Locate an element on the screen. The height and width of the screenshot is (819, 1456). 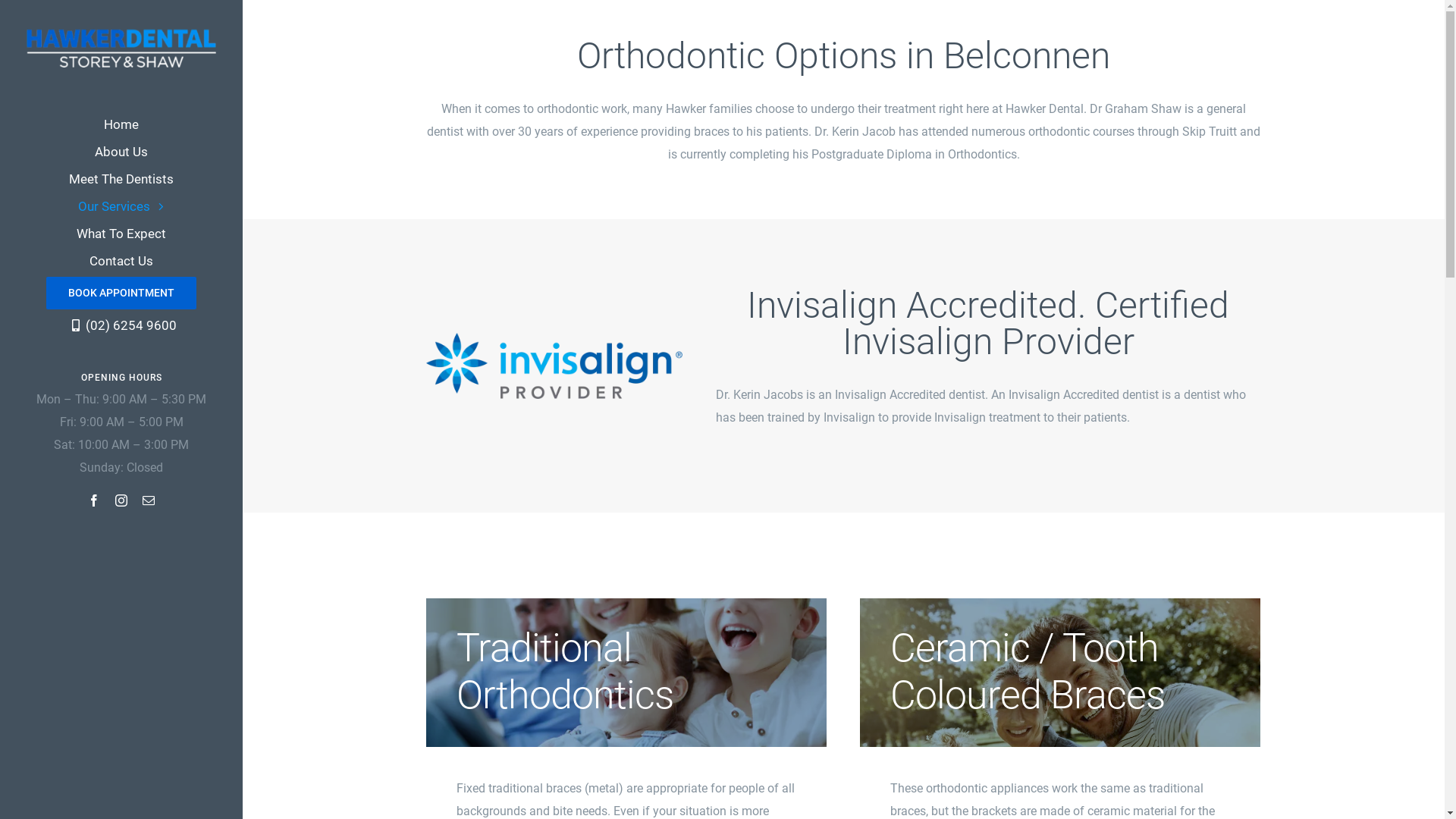
'Meet The Dentists' is located at coordinates (120, 177).